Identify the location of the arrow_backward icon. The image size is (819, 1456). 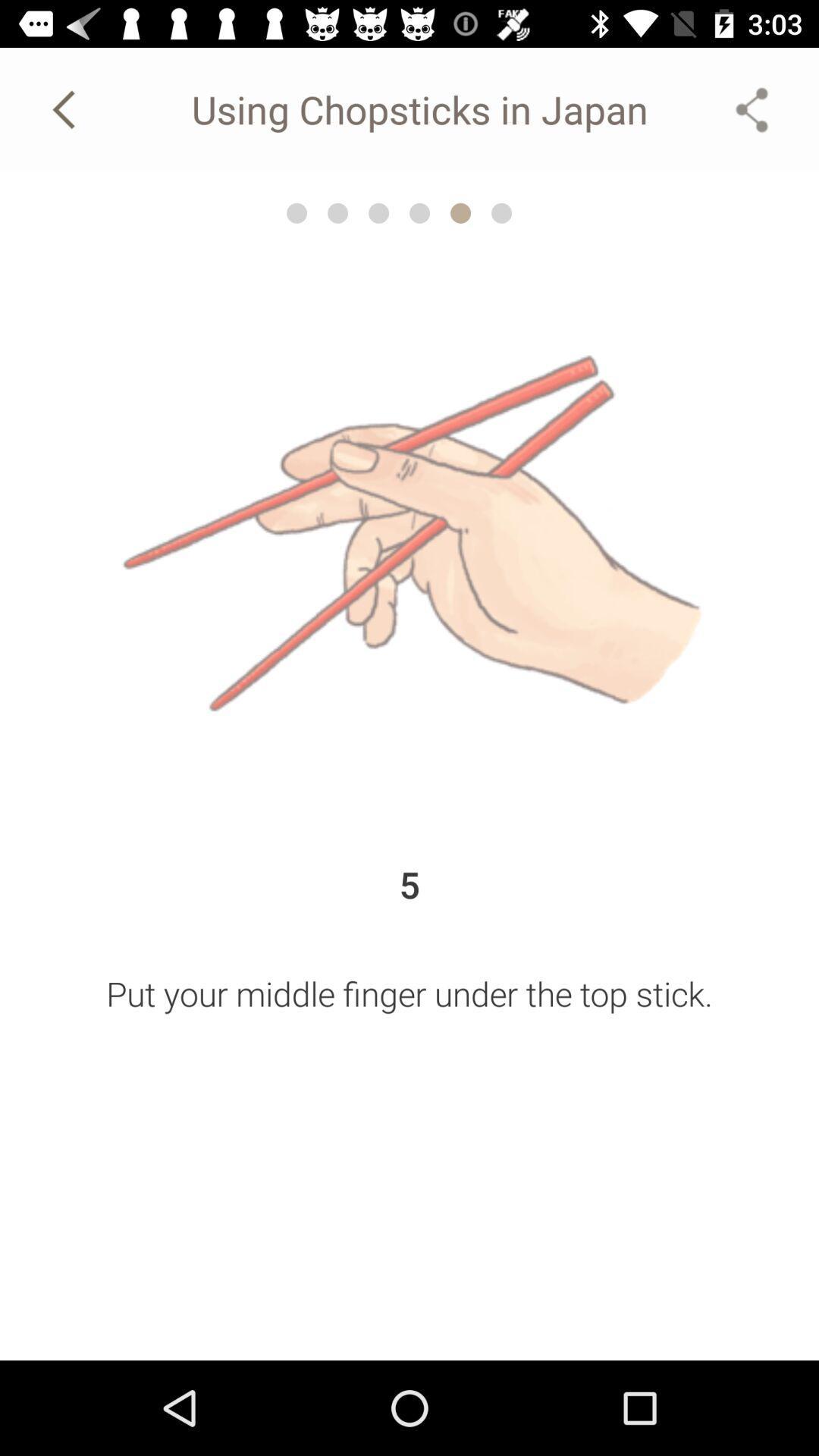
(66, 108).